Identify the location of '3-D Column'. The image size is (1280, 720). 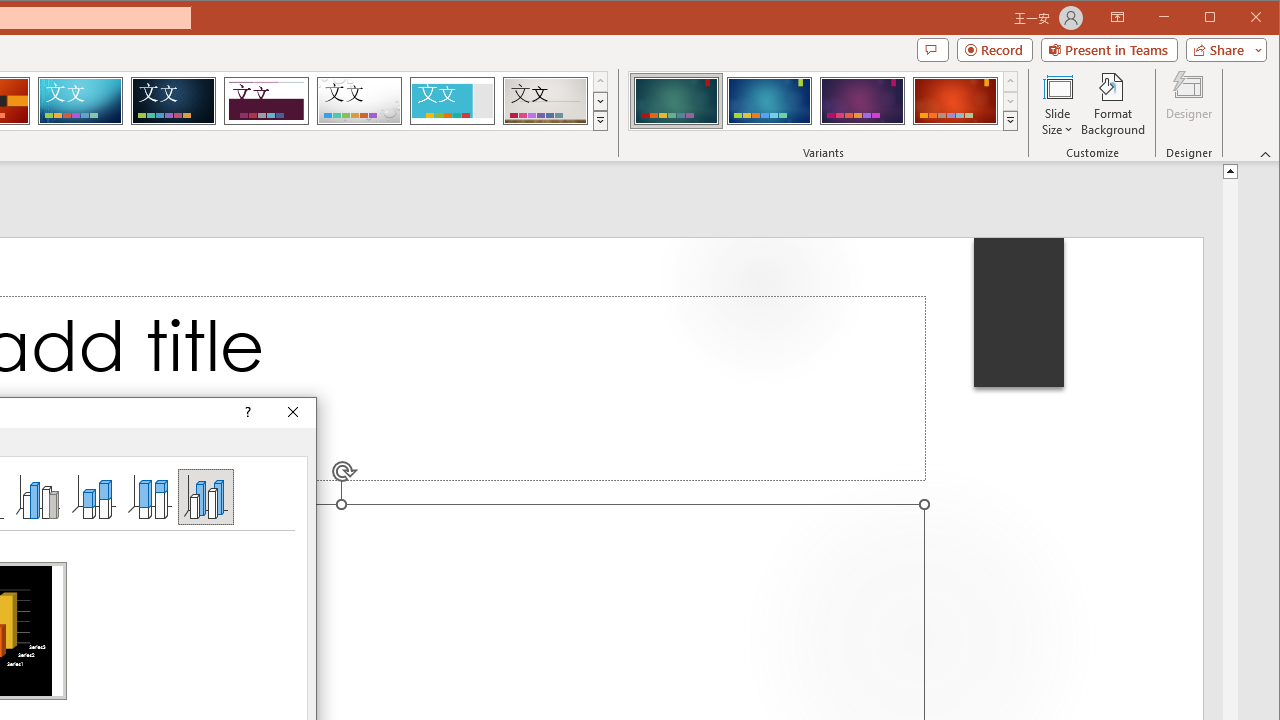
(206, 495).